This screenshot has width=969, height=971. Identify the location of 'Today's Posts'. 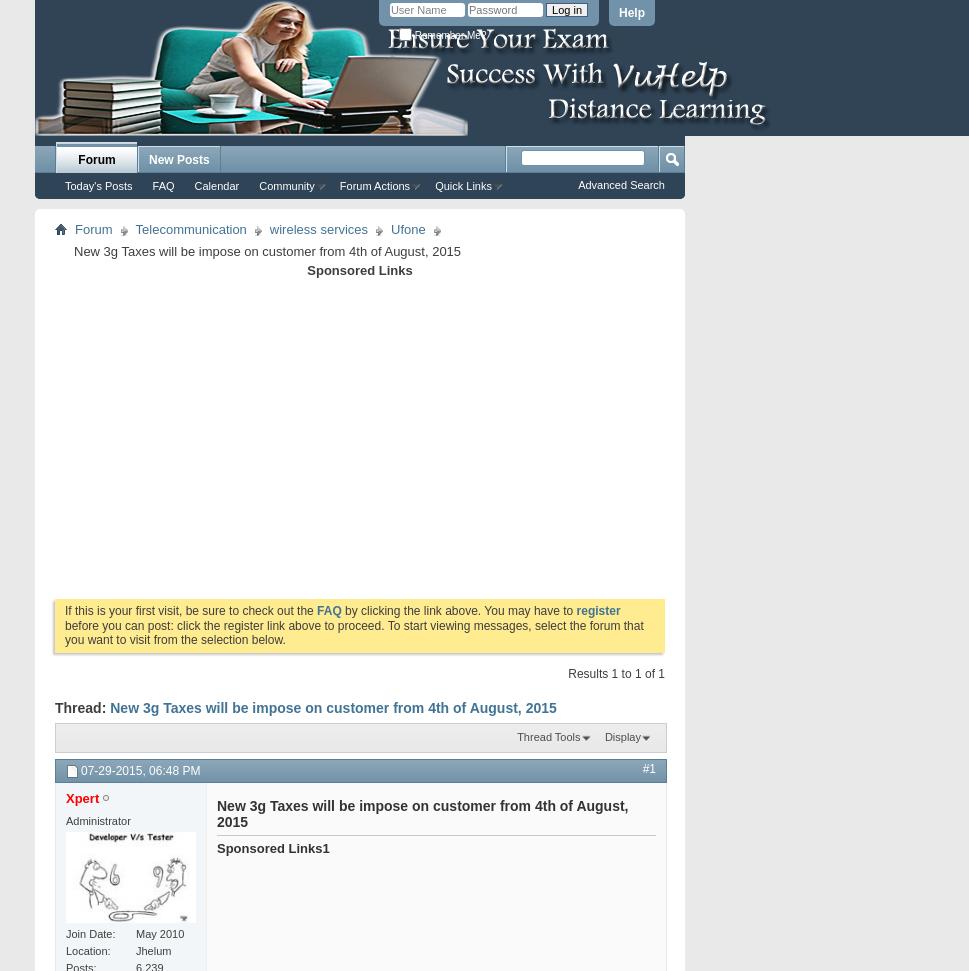
(98, 185).